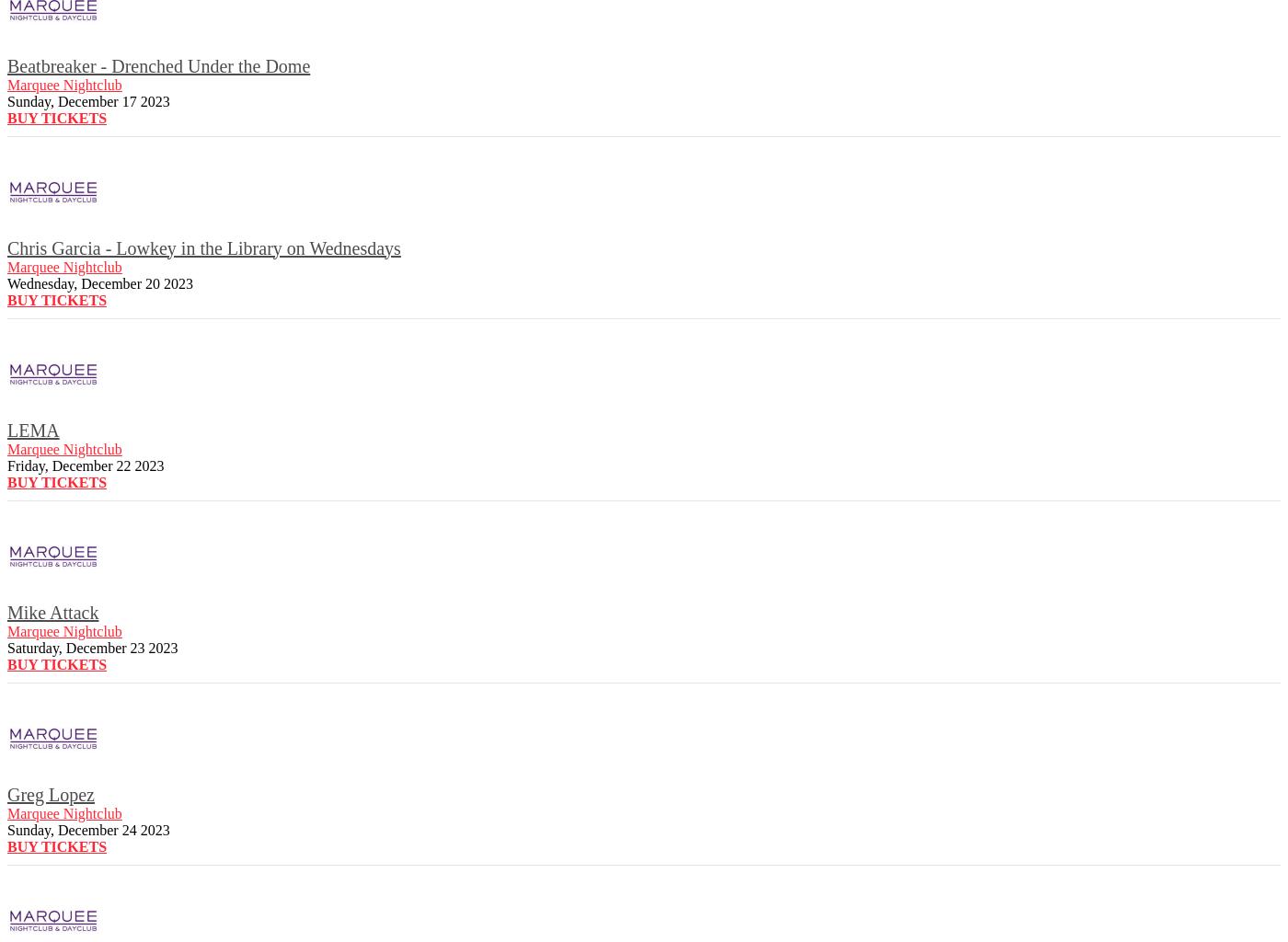  Describe the element at coordinates (85, 464) in the screenshot. I see `'Friday, December 22 2023'` at that location.